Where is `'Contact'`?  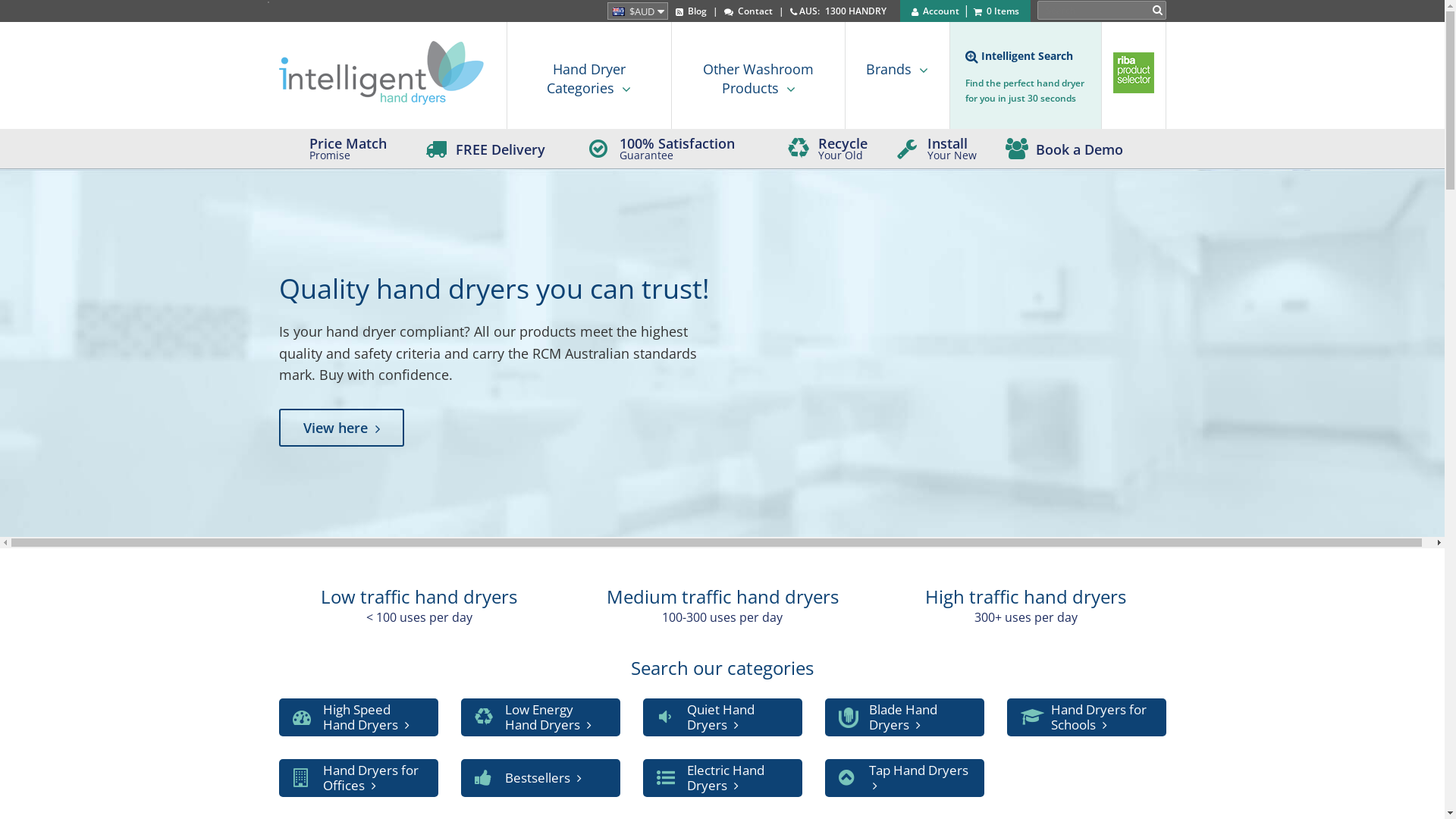 'Contact' is located at coordinates (747, 11).